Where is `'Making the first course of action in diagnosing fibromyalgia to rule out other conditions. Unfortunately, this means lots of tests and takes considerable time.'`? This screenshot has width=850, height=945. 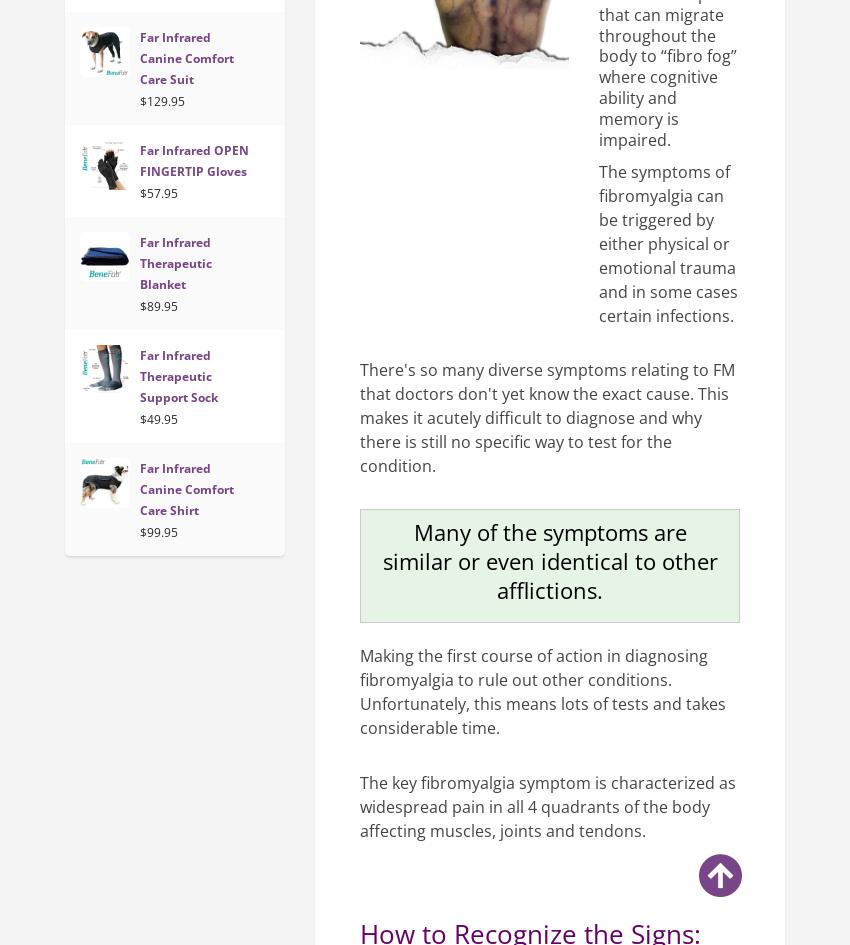 'Making the first course of action in diagnosing fibromyalgia to rule out other conditions. Unfortunately, this means lots of tests and takes considerable time.' is located at coordinates (541, 692).